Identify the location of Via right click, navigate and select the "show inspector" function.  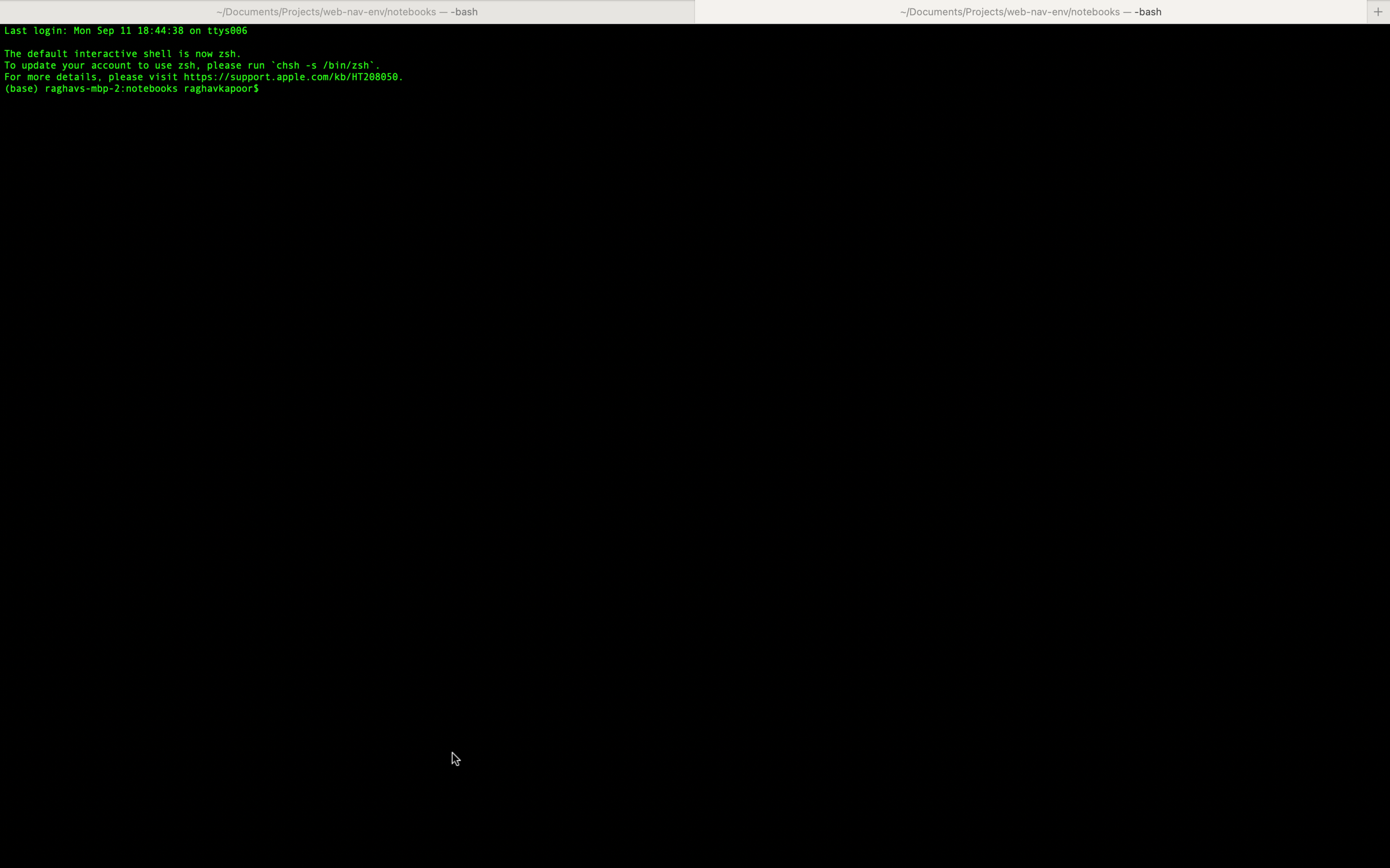
(697, 482).